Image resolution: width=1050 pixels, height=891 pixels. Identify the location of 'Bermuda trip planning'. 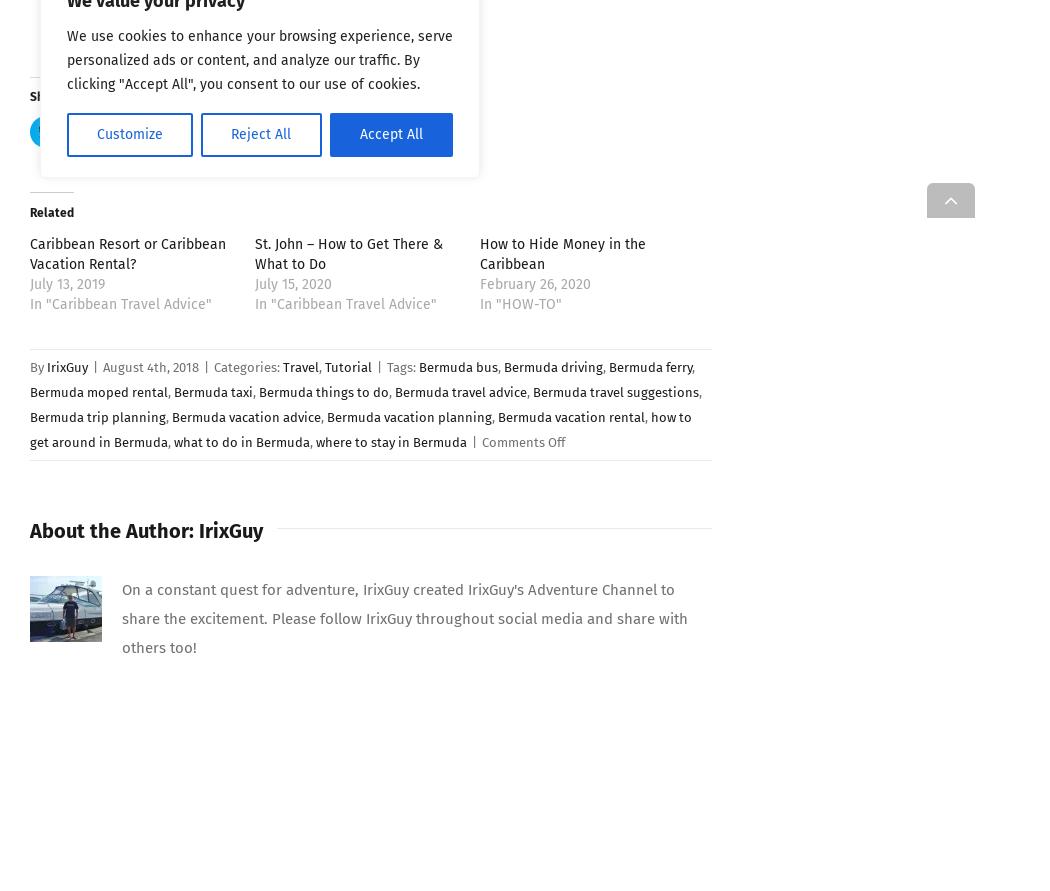
(97, 416).